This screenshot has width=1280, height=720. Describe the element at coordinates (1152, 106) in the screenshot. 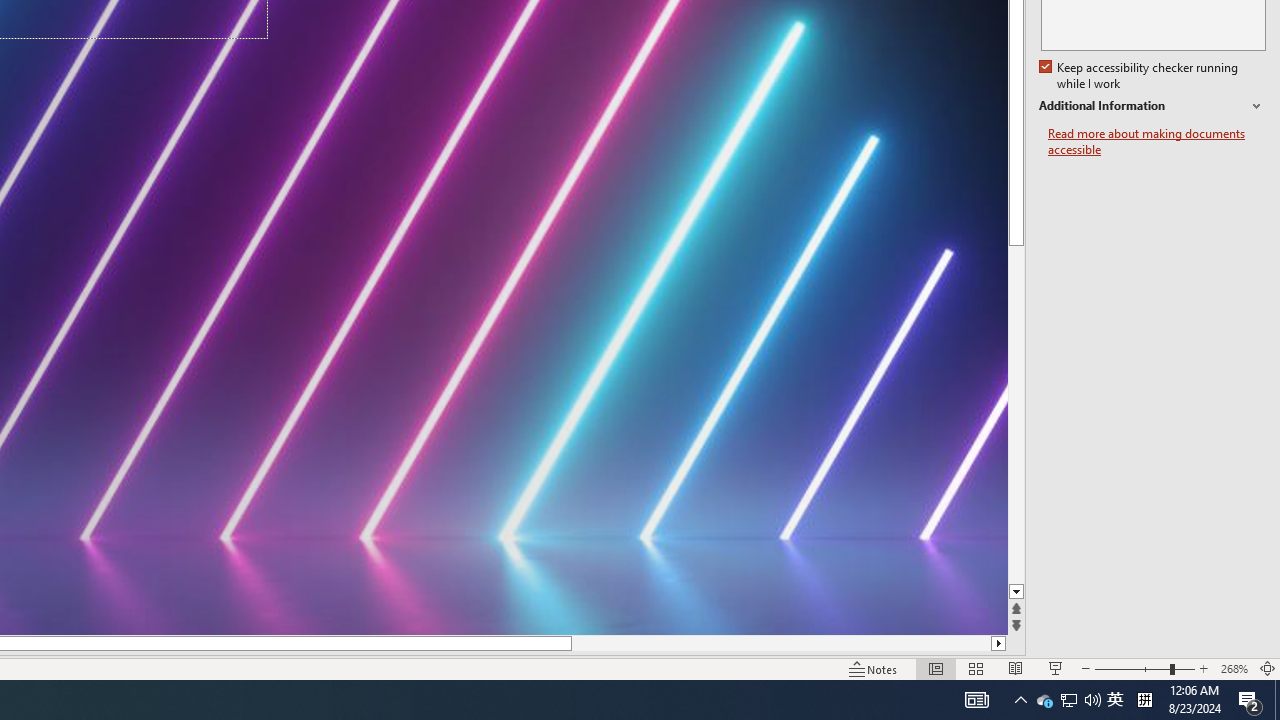

I see `'Additional Information'` at that location.